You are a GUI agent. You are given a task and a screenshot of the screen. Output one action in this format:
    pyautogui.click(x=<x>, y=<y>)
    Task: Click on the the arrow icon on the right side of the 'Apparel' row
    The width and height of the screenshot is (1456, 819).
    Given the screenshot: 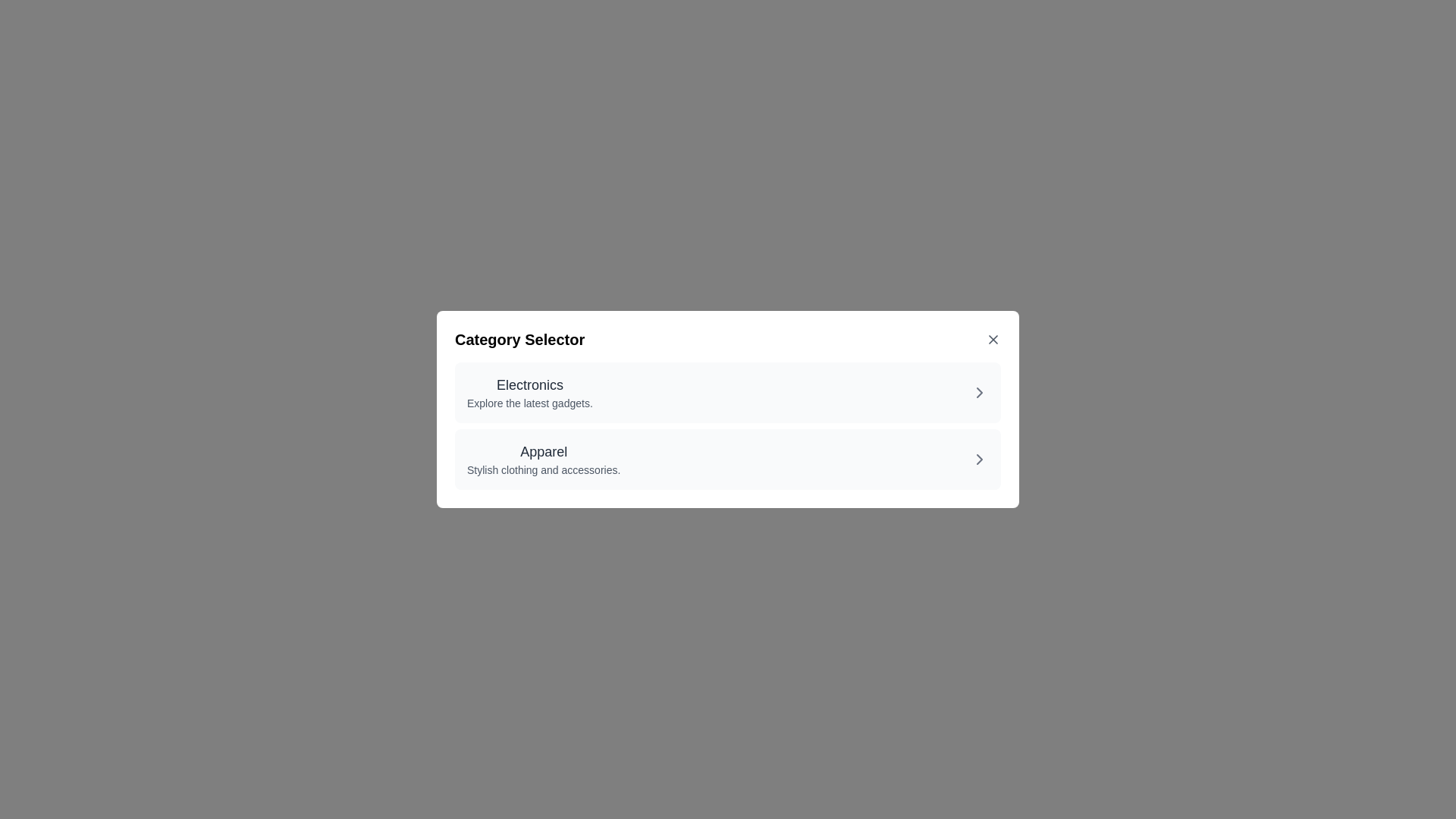 What is the action you would take?
    pyautogui.click(x=979, y=458)
    